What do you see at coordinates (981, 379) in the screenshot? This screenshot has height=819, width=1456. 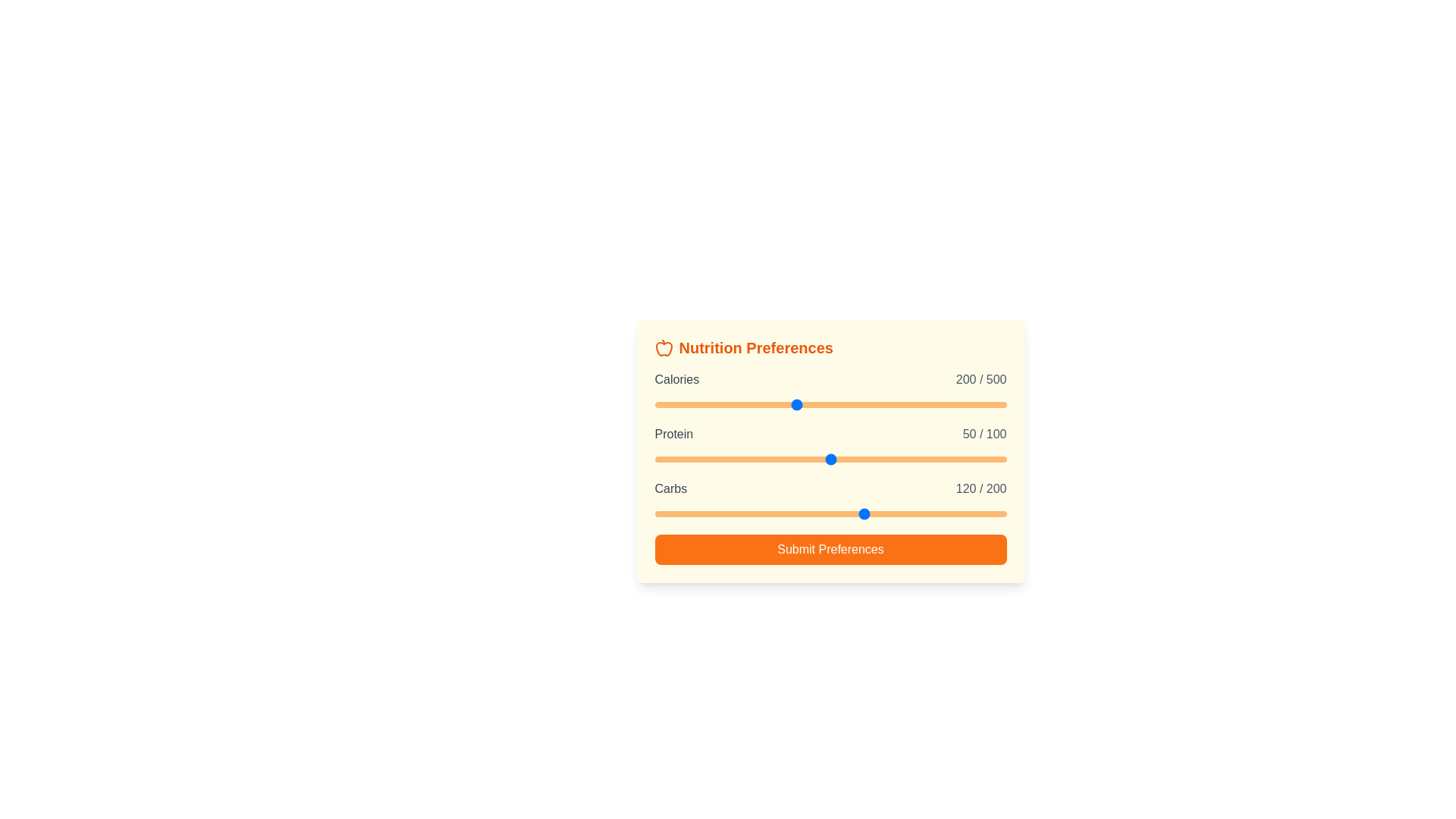 I see `the Text Label displaying '200 / 500', which is styled in gray font and positioned to the right of the 'Calories' label in the 'Nutrition Preferences' section` at bounding box center [981, 379].